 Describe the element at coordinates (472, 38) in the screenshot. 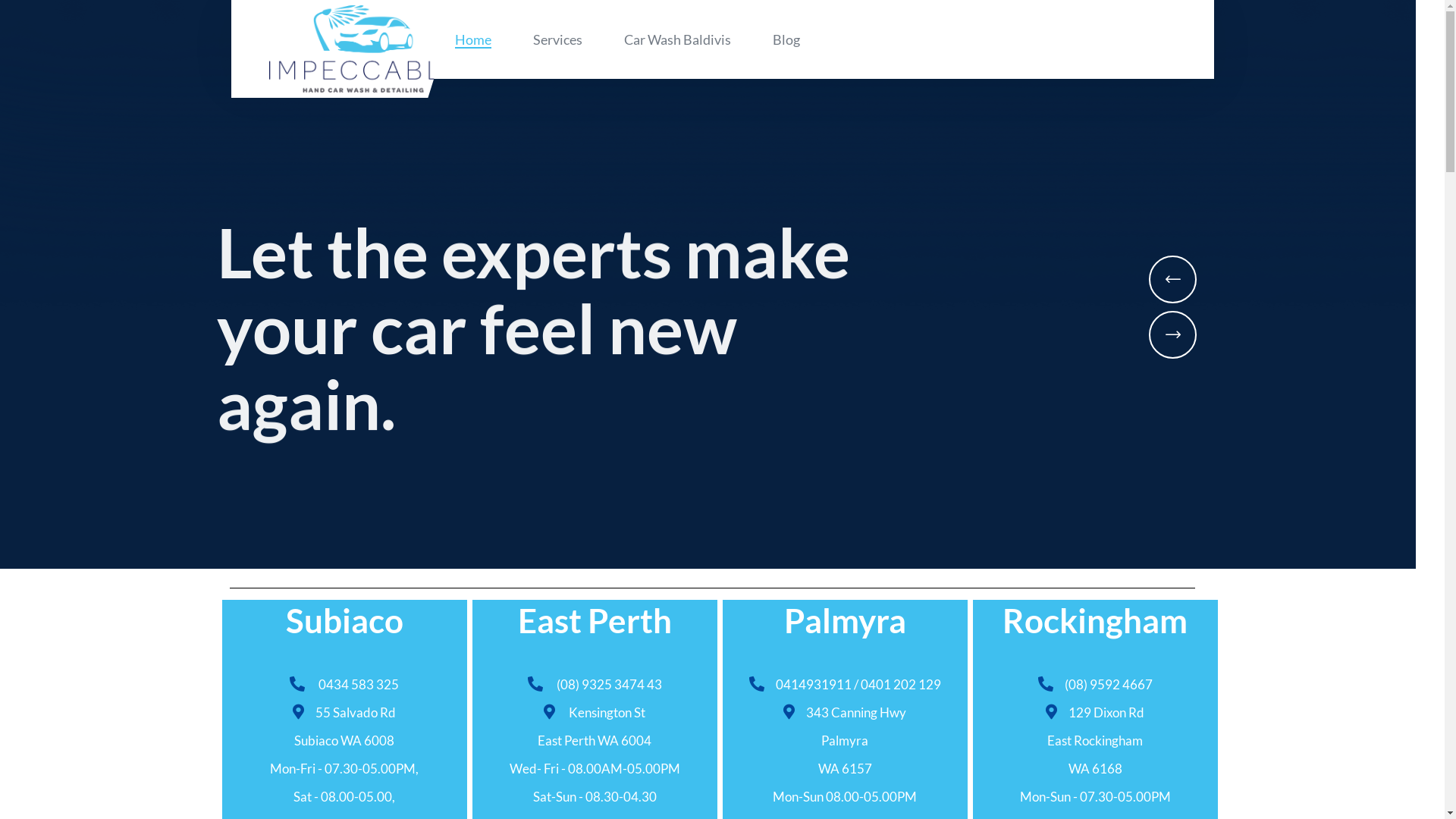

I see `'Home'` at that location.